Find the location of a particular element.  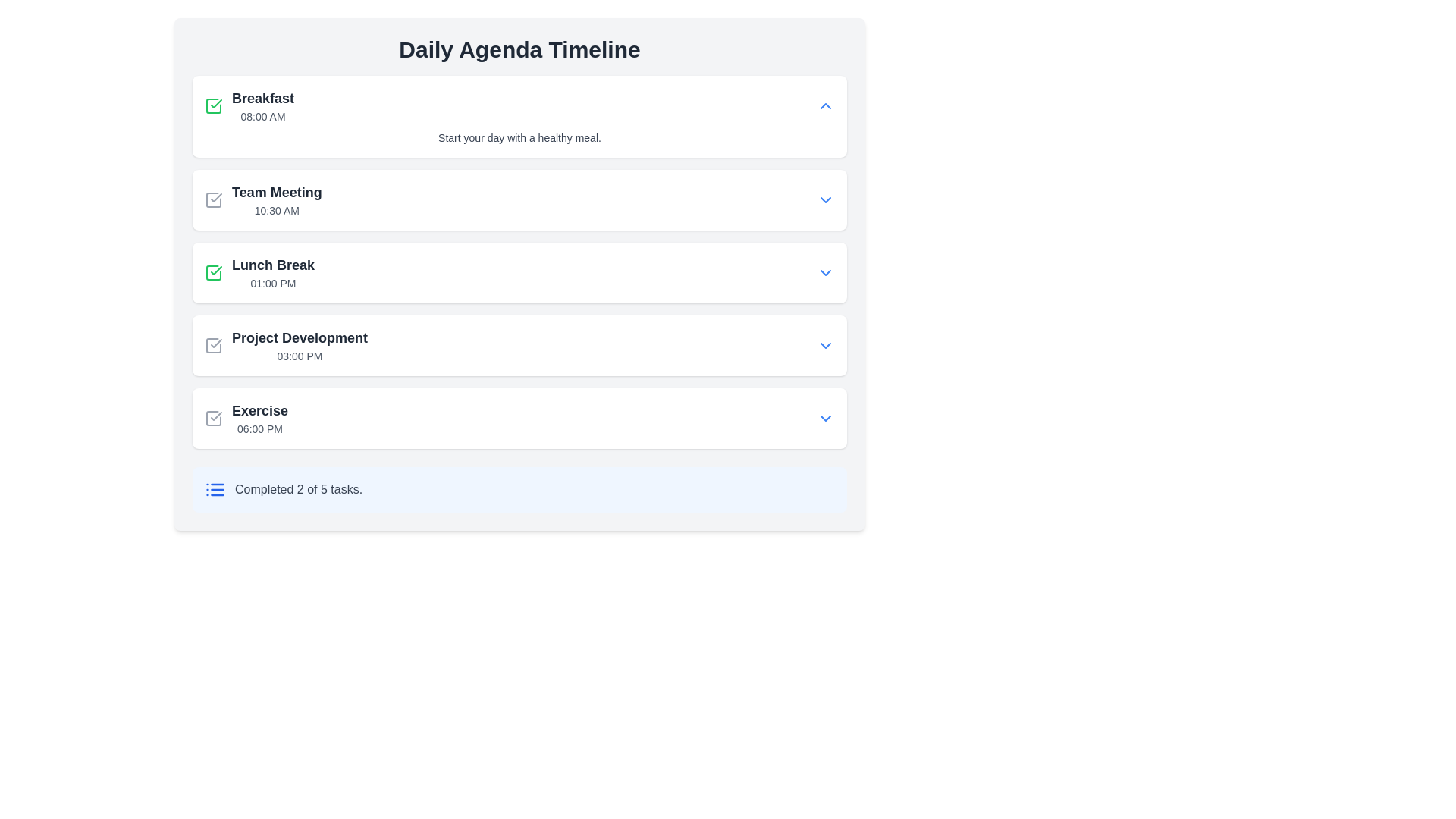

the informational label for the scheduled event titled 'Lunch Break' located in the third row of the agenda list is located at coordinates (273, 271).